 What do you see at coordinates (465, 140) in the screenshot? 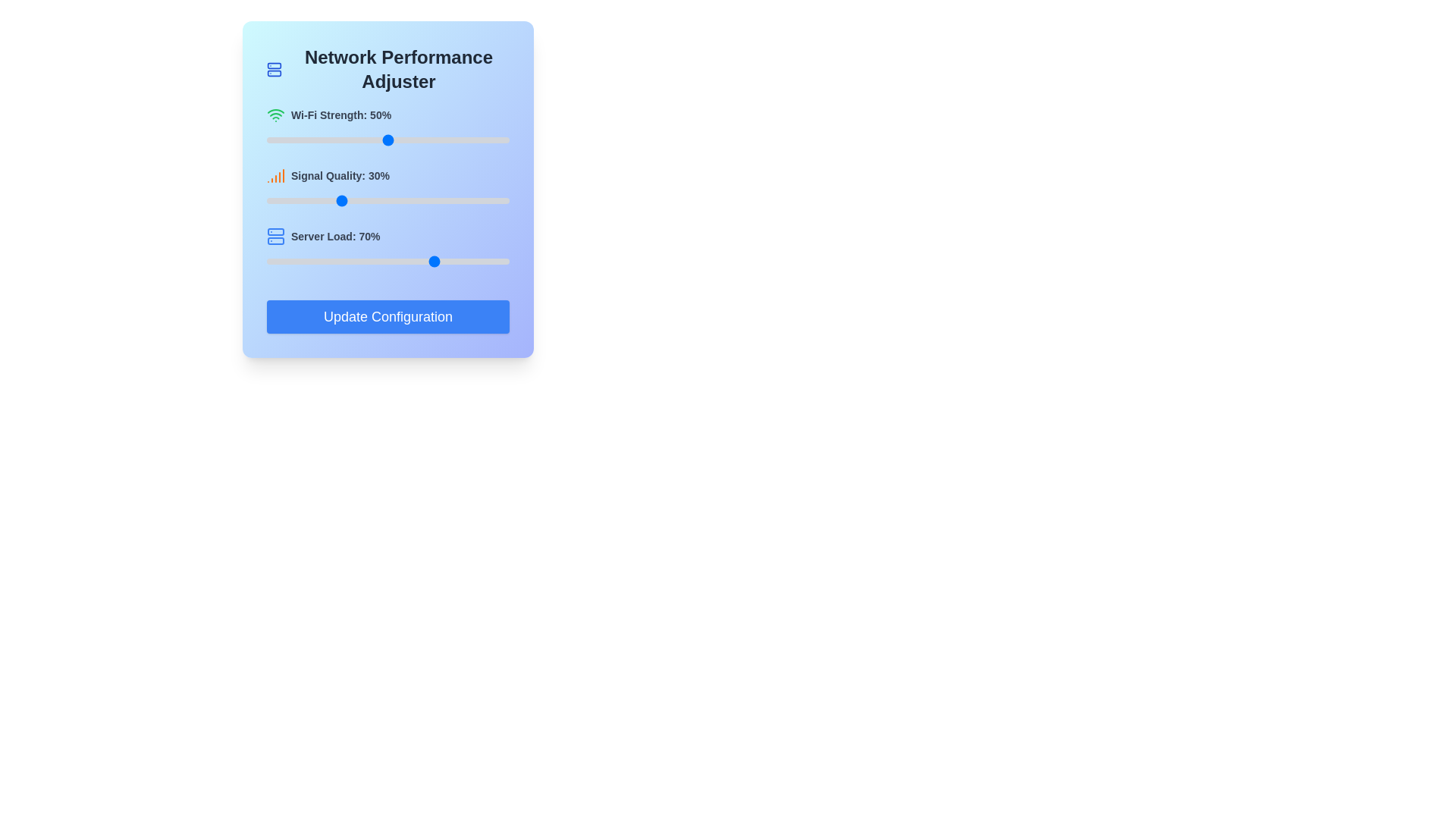
I see `Wi-Fi strength` at bounding box center [465, 140].